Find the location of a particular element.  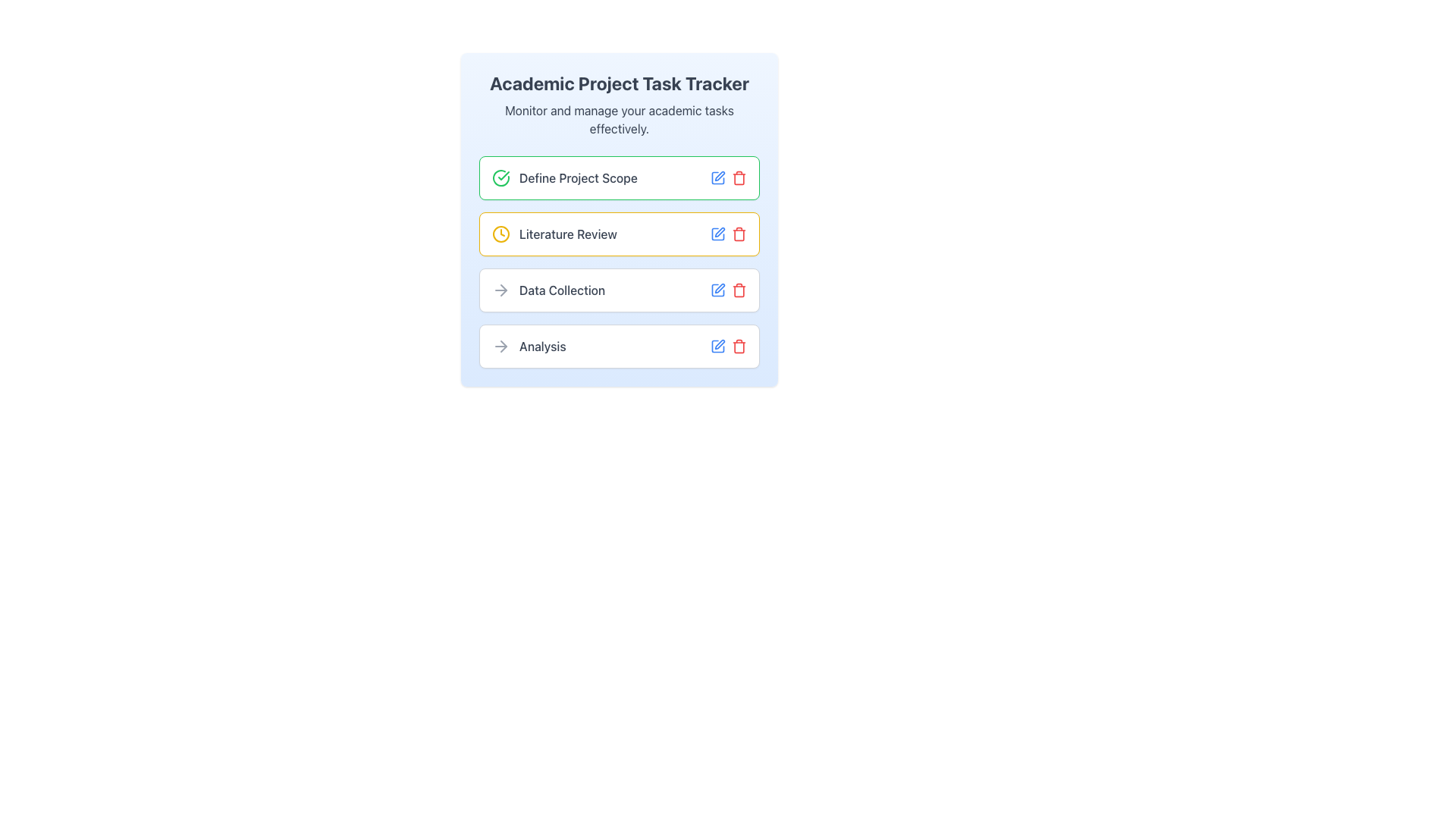

the edit icon located to the right of the 'Define Project Scope' text is located at coordinates (728, 177).